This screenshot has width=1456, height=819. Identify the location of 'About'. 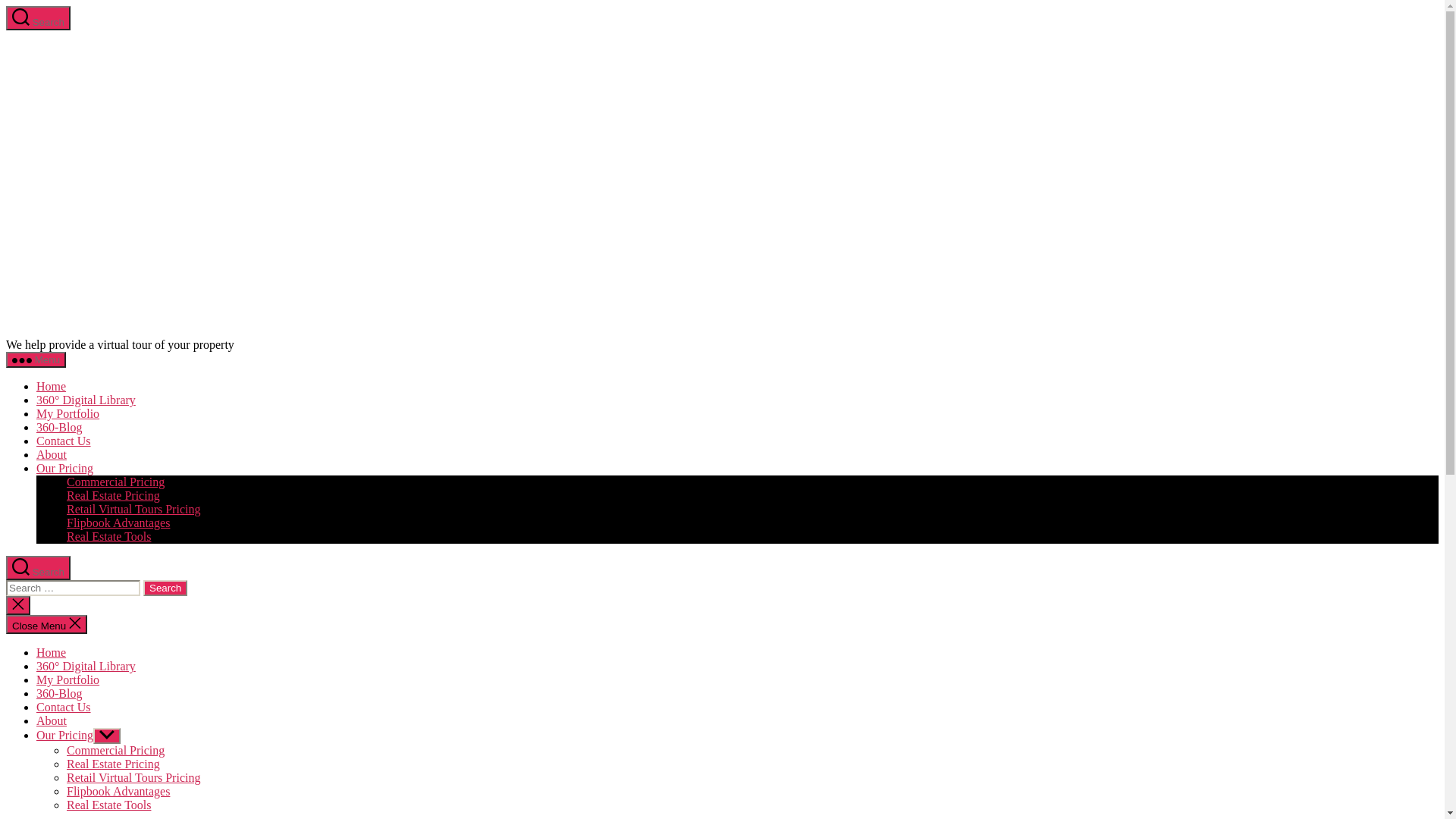
(51, 453).